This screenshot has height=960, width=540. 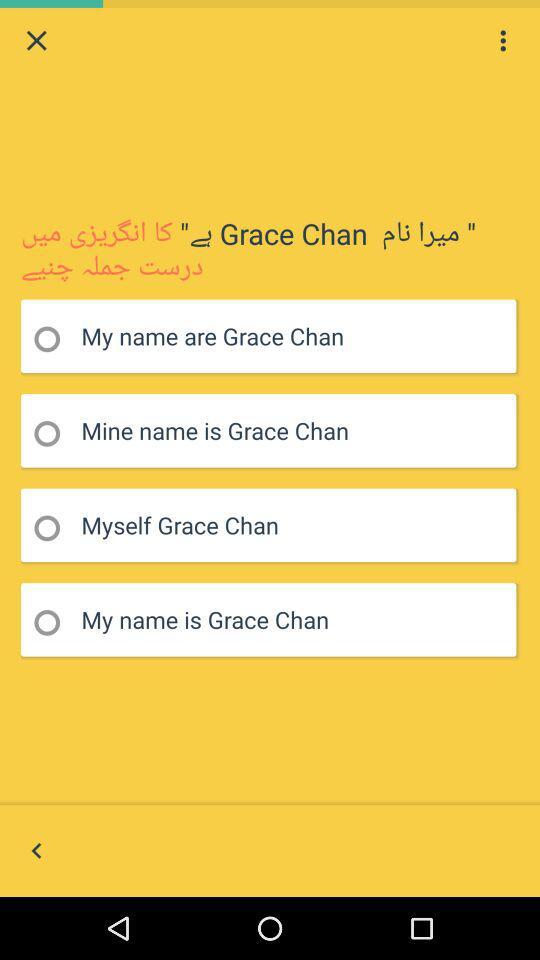 What do you see at coordinates (36, 42) in the screenshot?
I see `the close icon` at bounding box center [36, 42].